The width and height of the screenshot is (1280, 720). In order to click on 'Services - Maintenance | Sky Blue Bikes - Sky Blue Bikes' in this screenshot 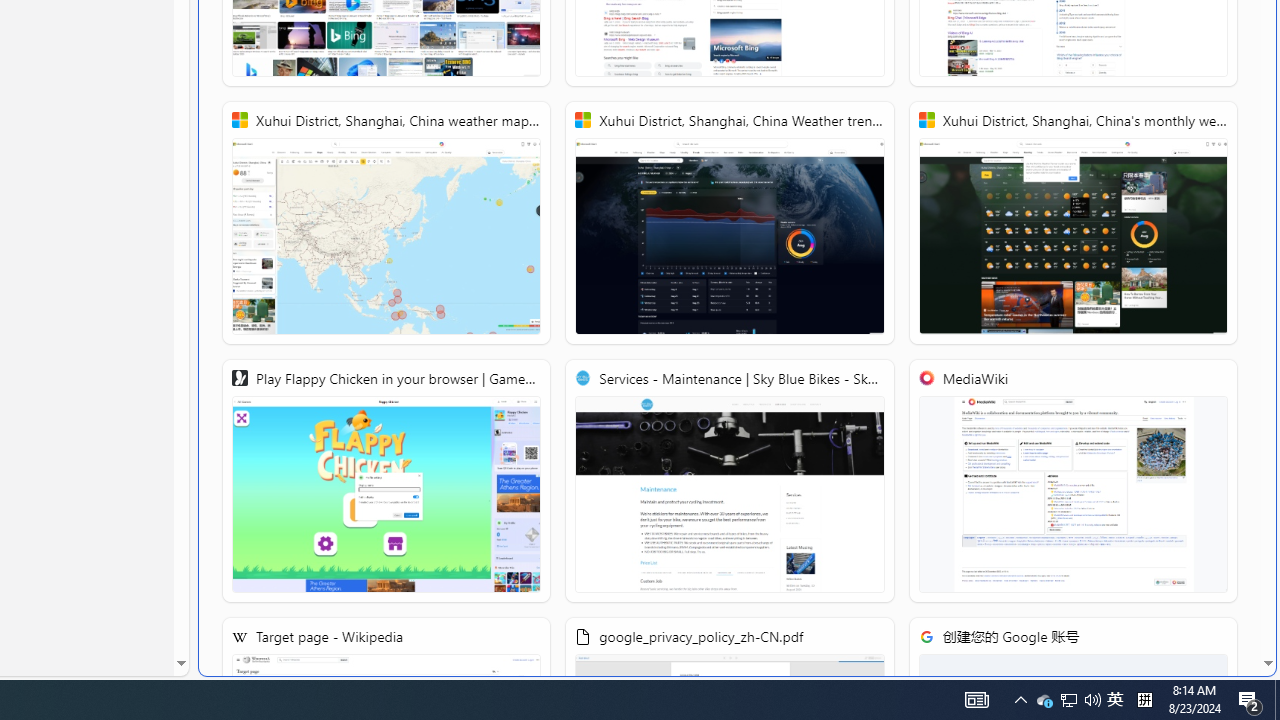, I will do `click(728, 481)`.